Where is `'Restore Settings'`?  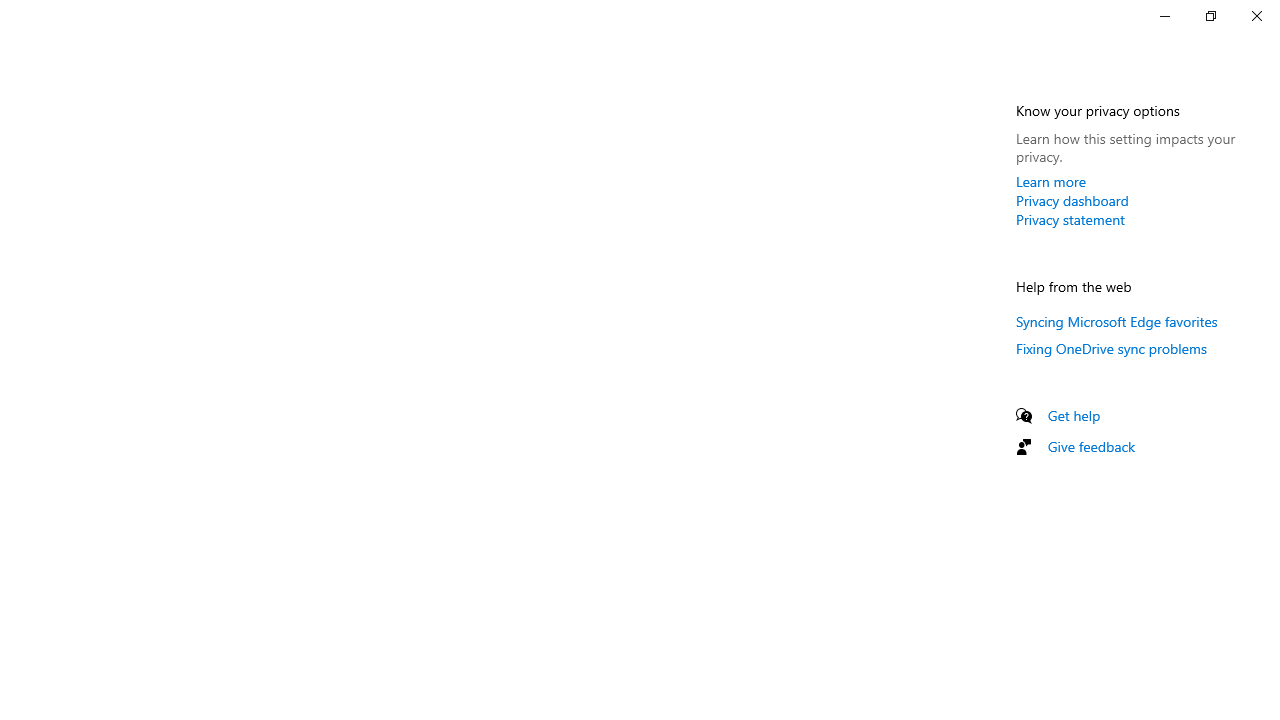 'Restore Settings' is located at coordinates (1209, 15).